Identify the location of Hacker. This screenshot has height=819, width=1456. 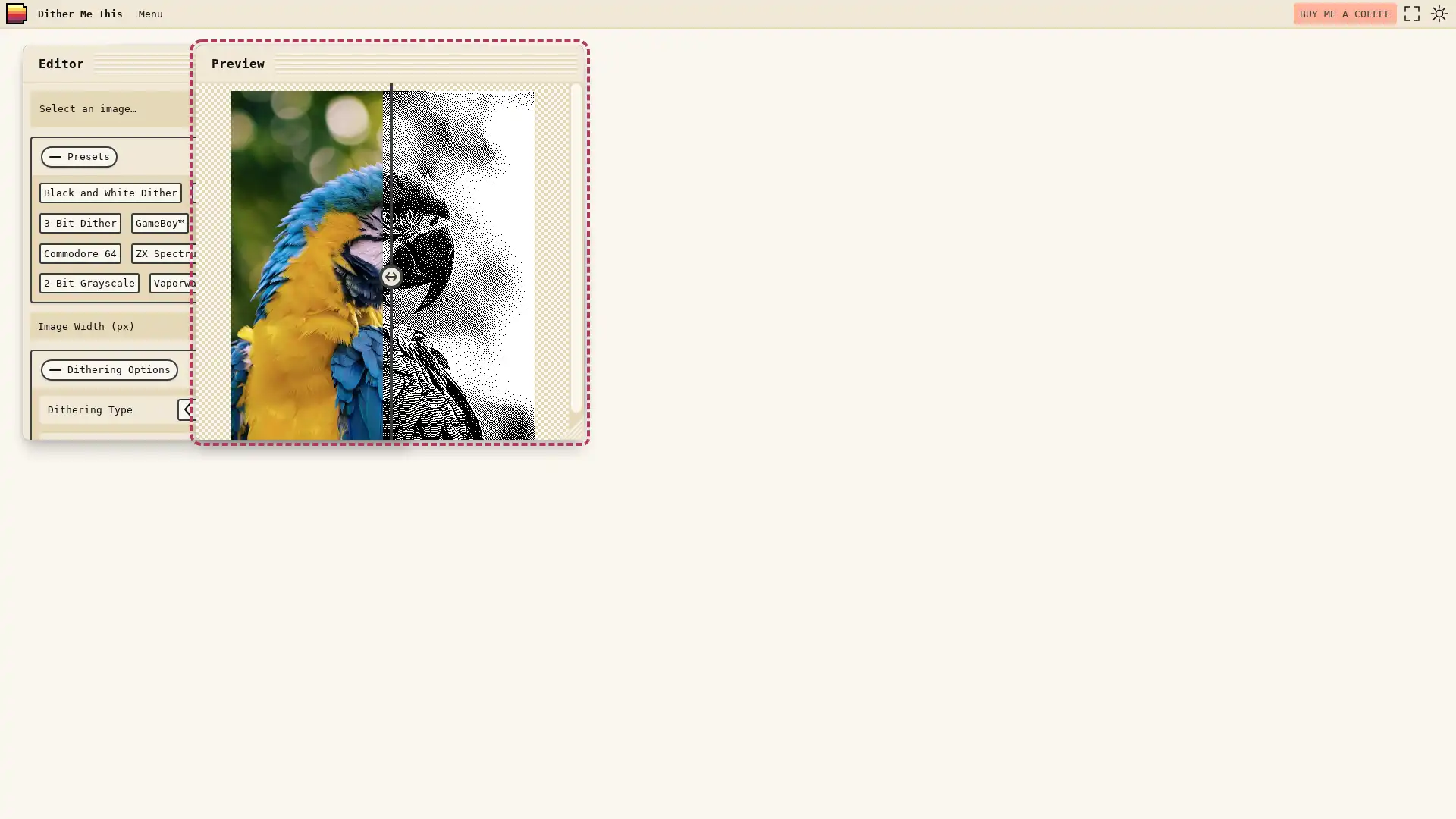
(135, 283).